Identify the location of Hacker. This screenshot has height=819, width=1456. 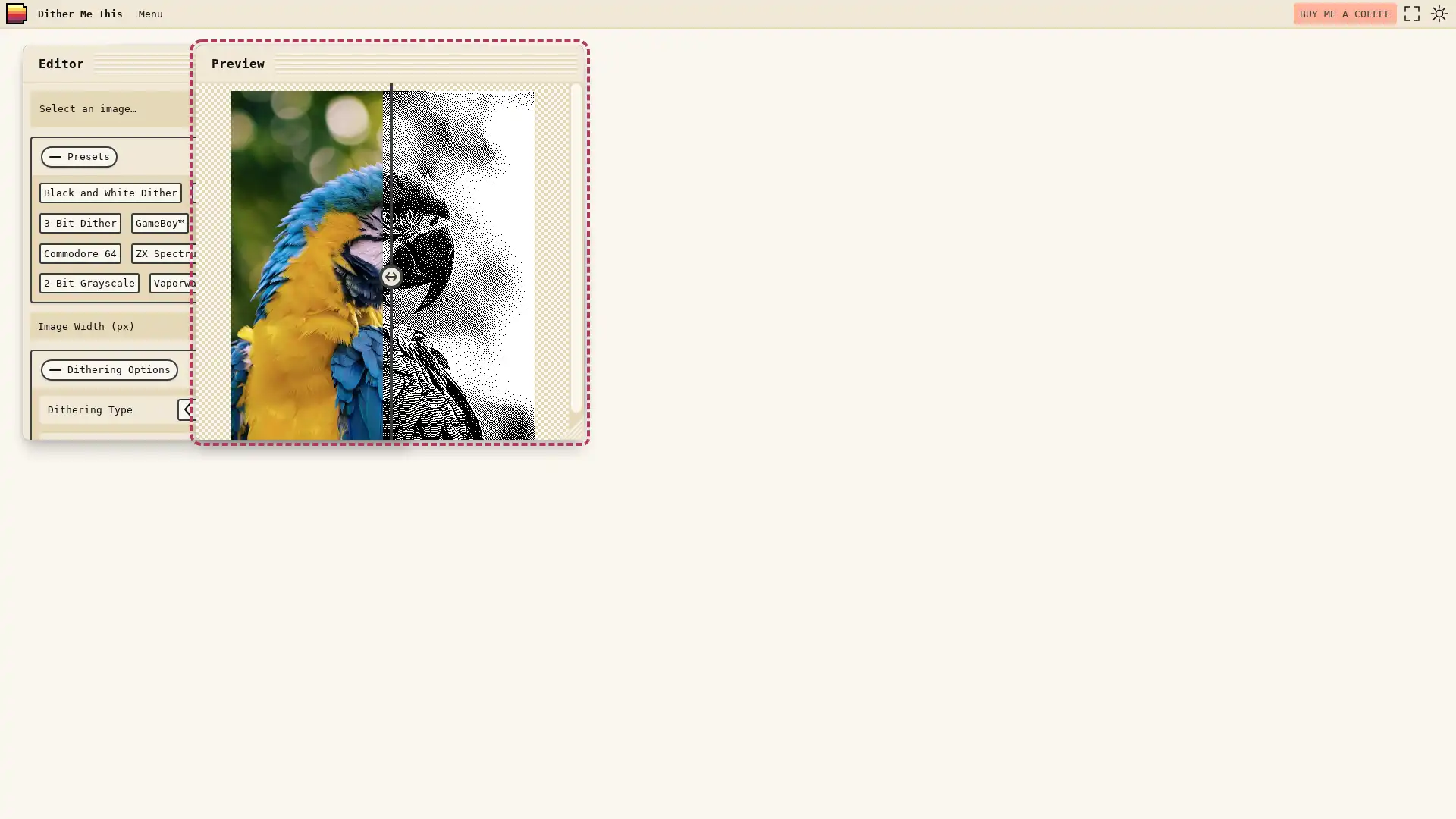
(135, 283).